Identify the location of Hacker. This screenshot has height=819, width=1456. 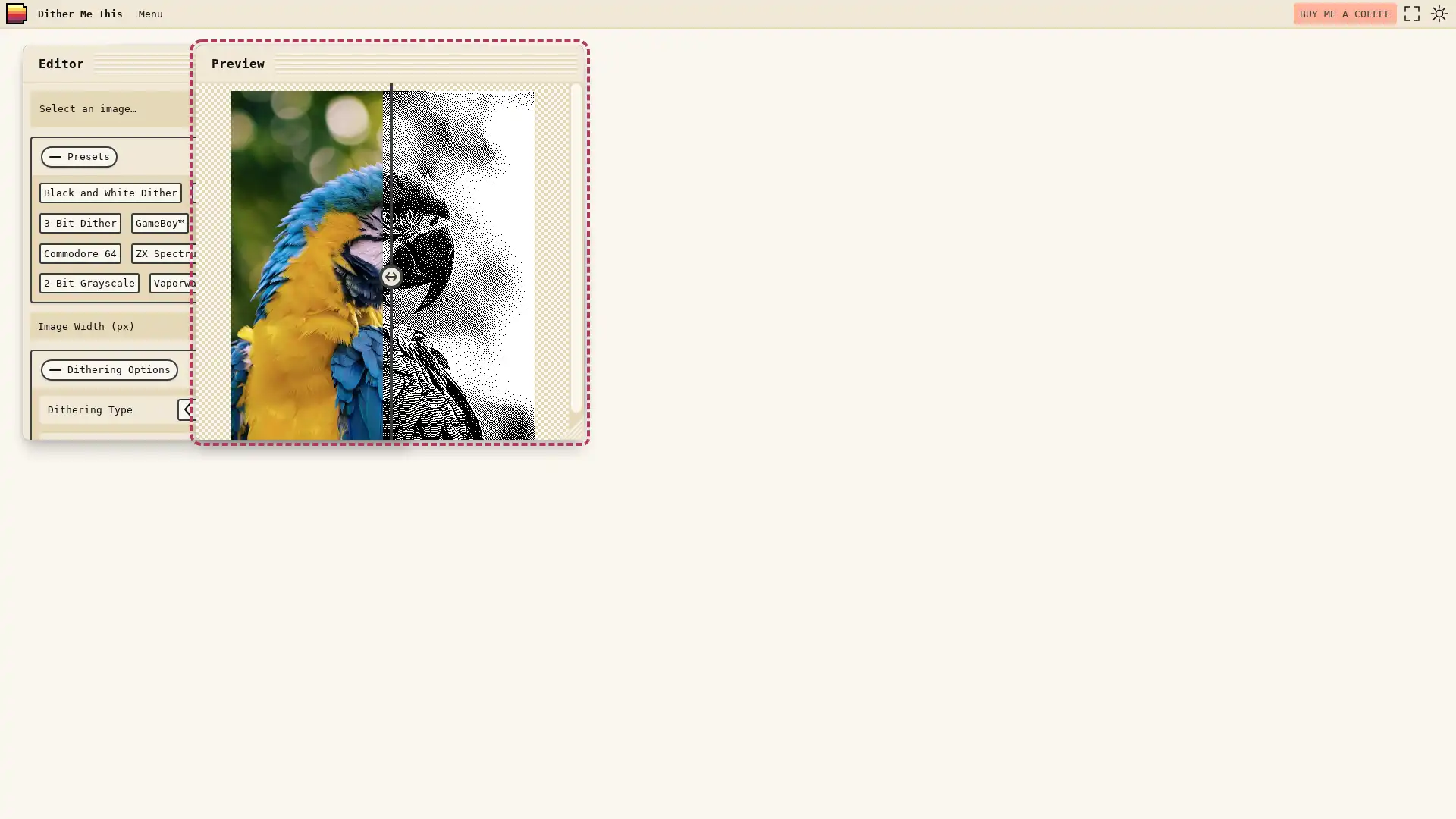
(135, 283).